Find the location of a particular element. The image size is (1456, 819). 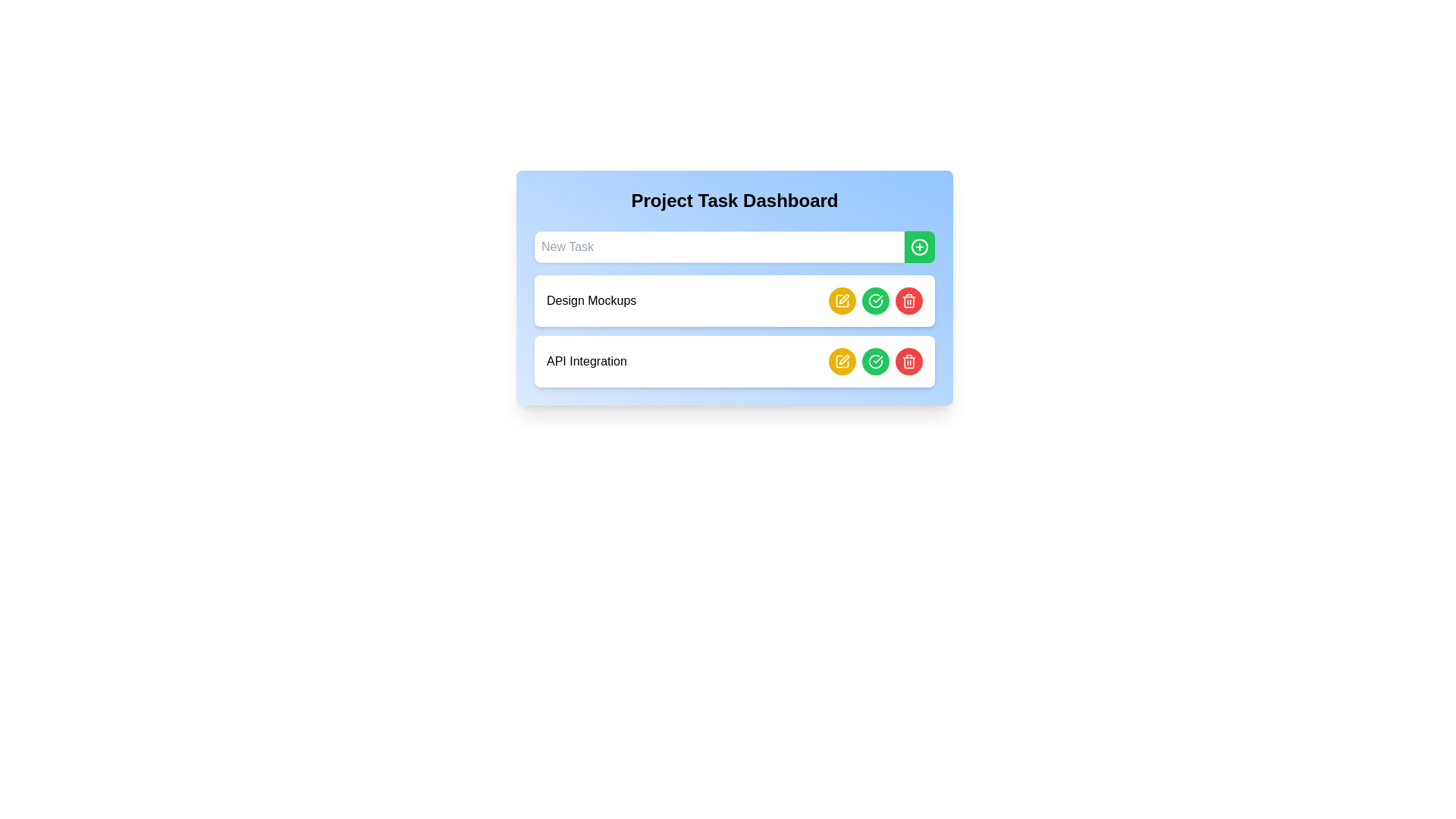

the button containing the green circle outlined with a white border, which is part of the plus icon located in the top-right corner of the blue panel with the search bar labeled 'New Task' is located at coordinates (919, 246).